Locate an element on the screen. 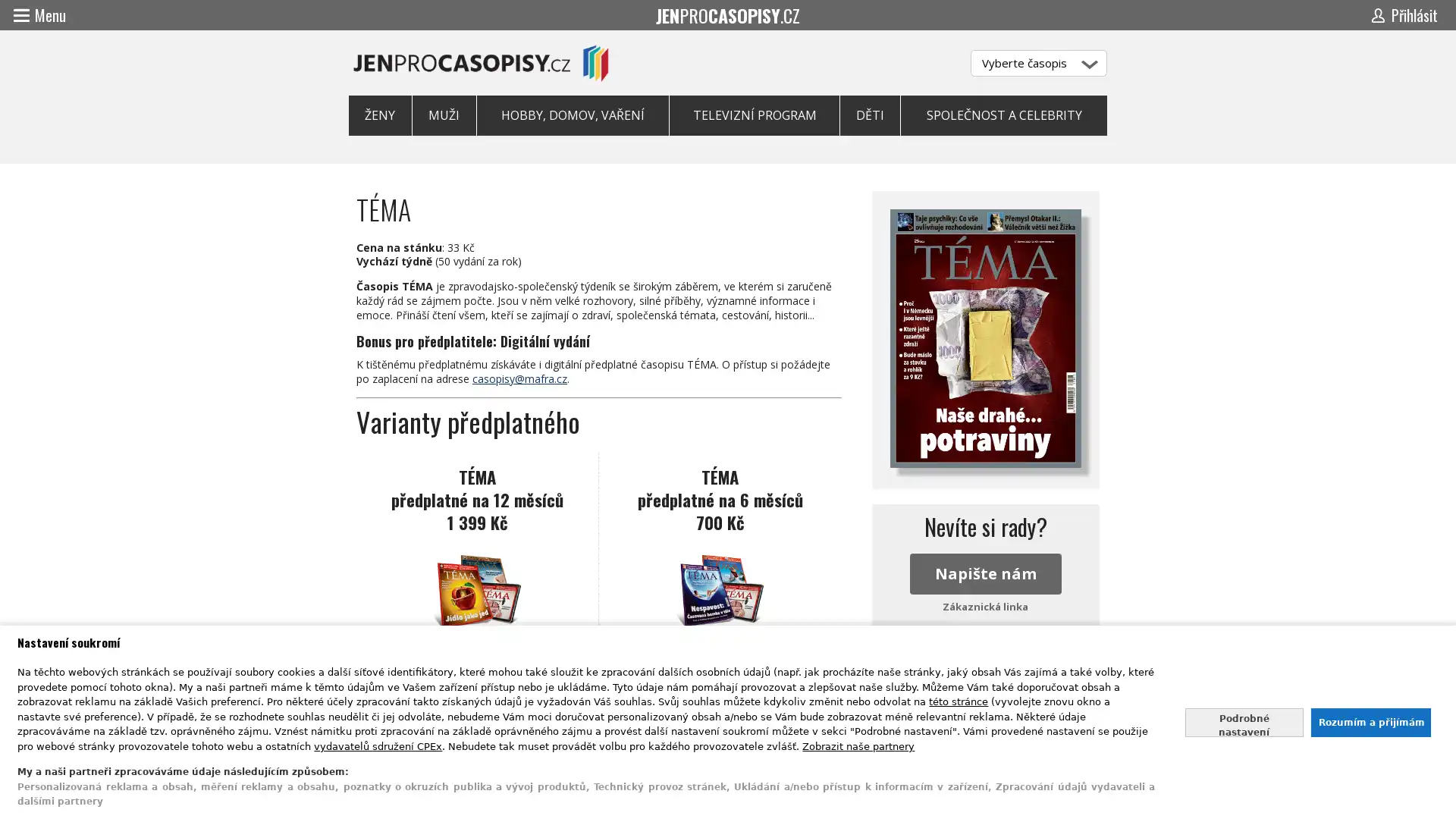 This screenshot has width=1456, height=819. Zobrazit nase partnery is located at coordinates (858, 745).